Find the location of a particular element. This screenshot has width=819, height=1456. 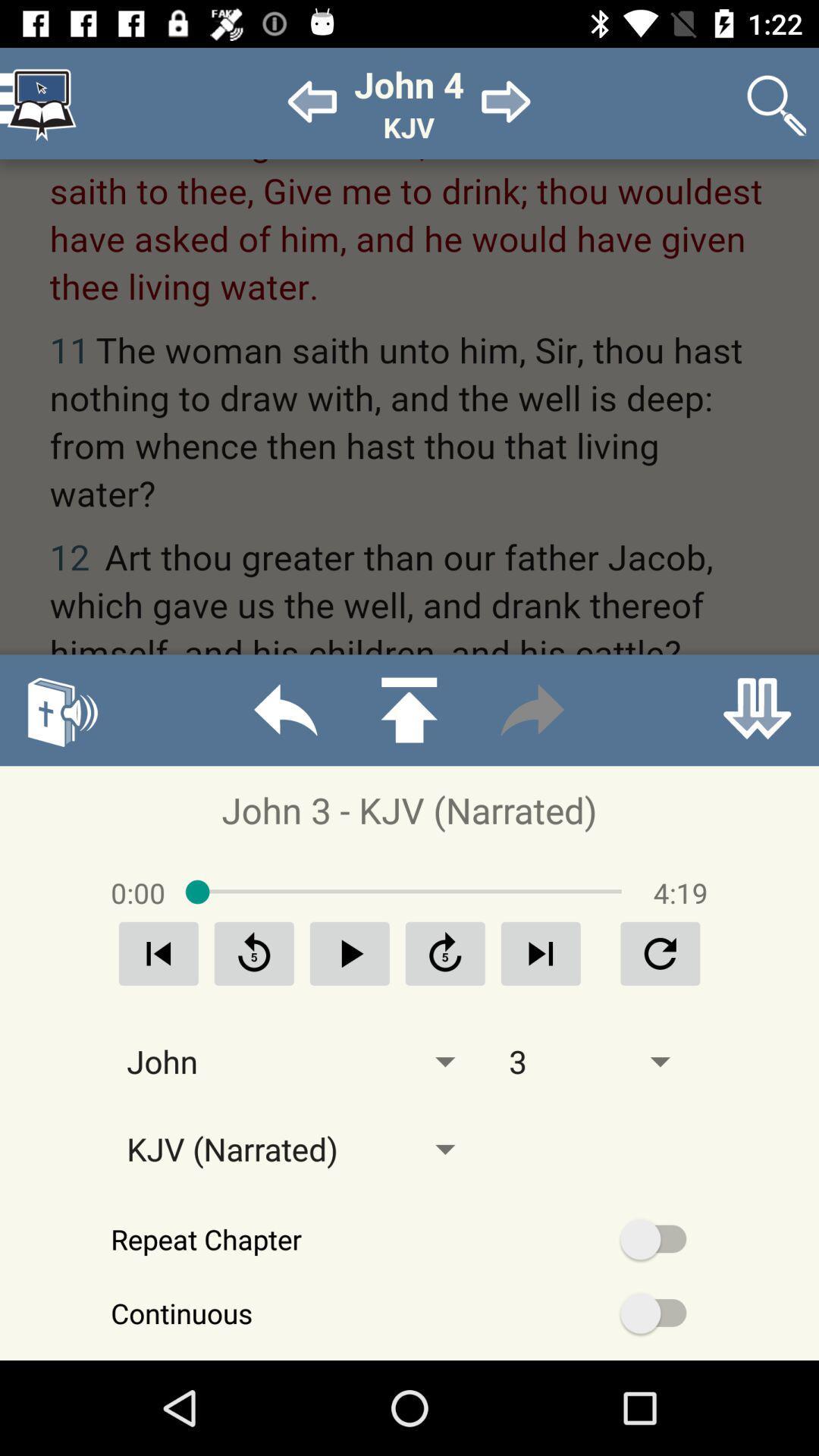

the av_rewind icon is located at coordinates (253, 952).